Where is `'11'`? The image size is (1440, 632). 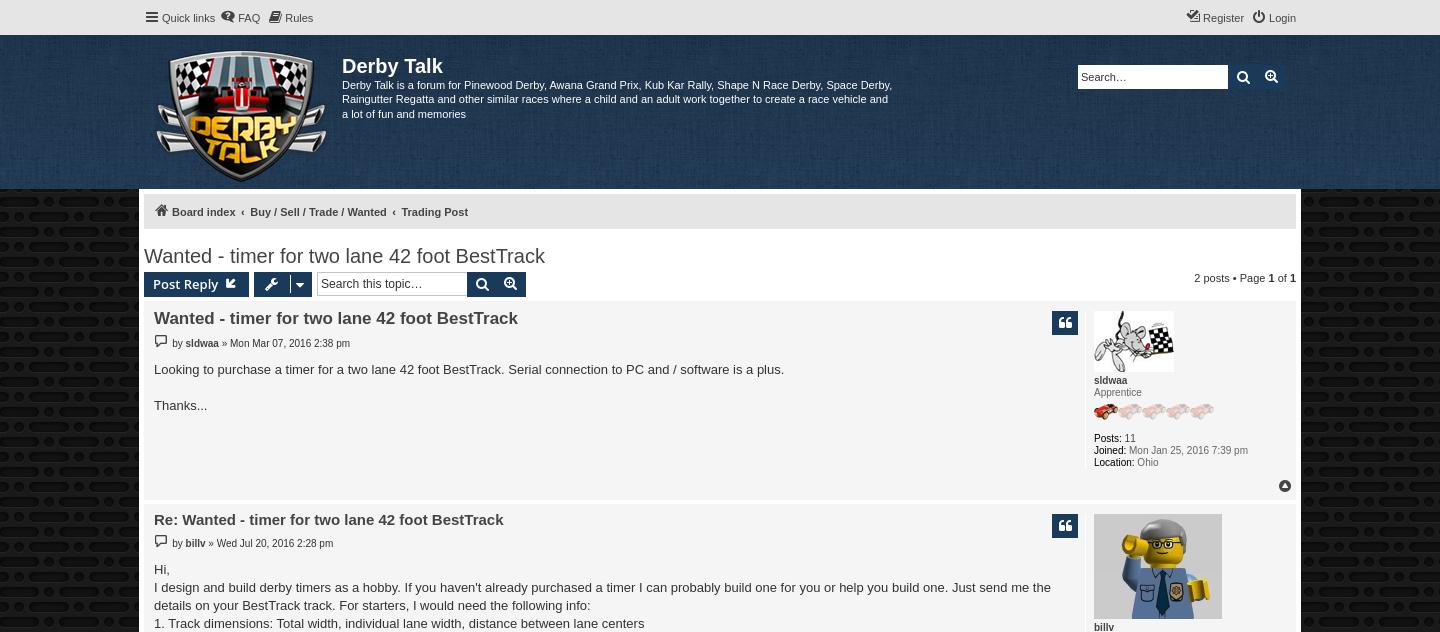
'11' is located at coordinates (1128, 437).